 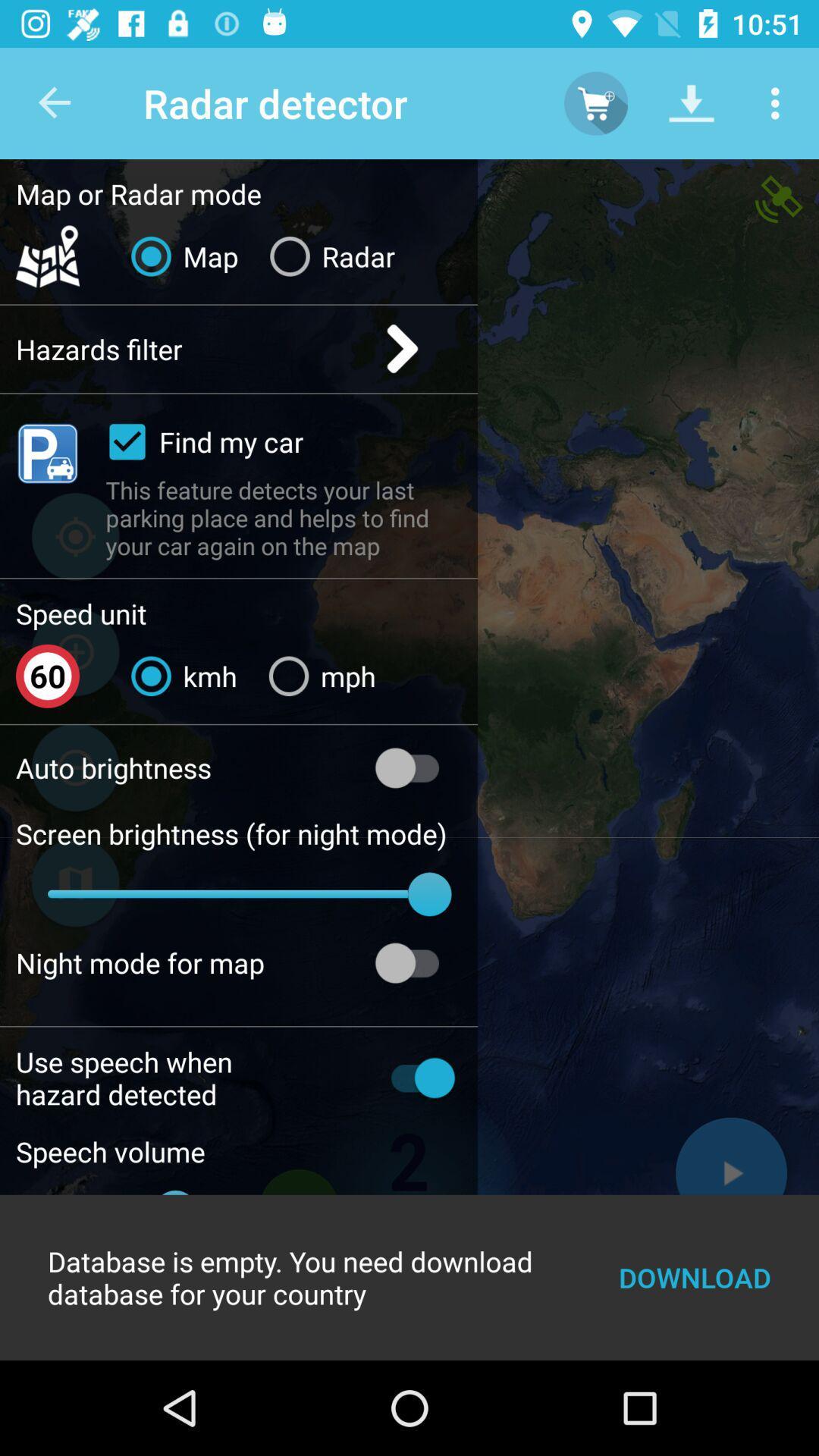 I want to click on the location_crosshair icon, so click(x=75, y=537).